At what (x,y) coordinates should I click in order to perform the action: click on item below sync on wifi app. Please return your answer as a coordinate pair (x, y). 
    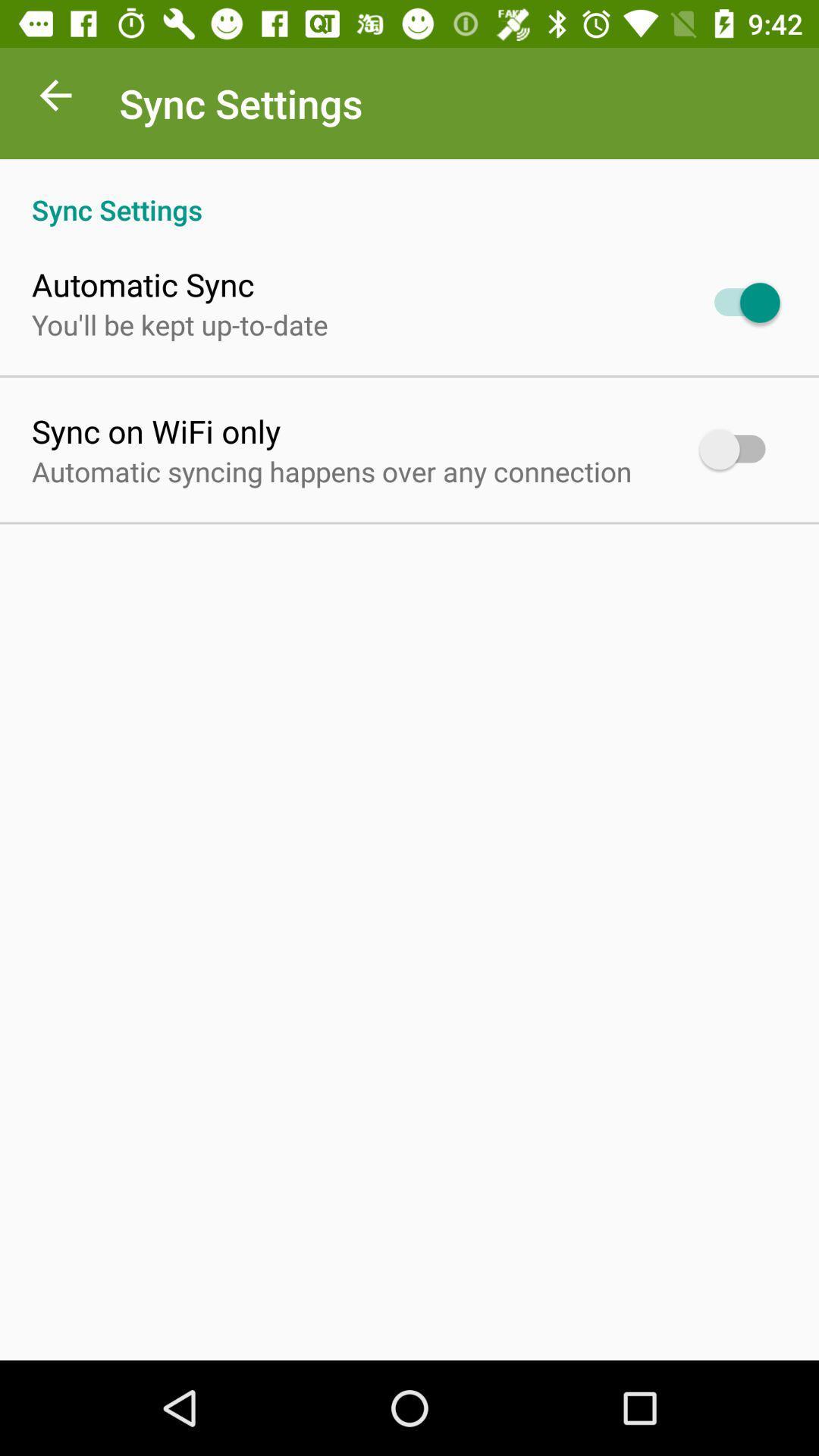
    Looking at the image, I should click on (331, 470).